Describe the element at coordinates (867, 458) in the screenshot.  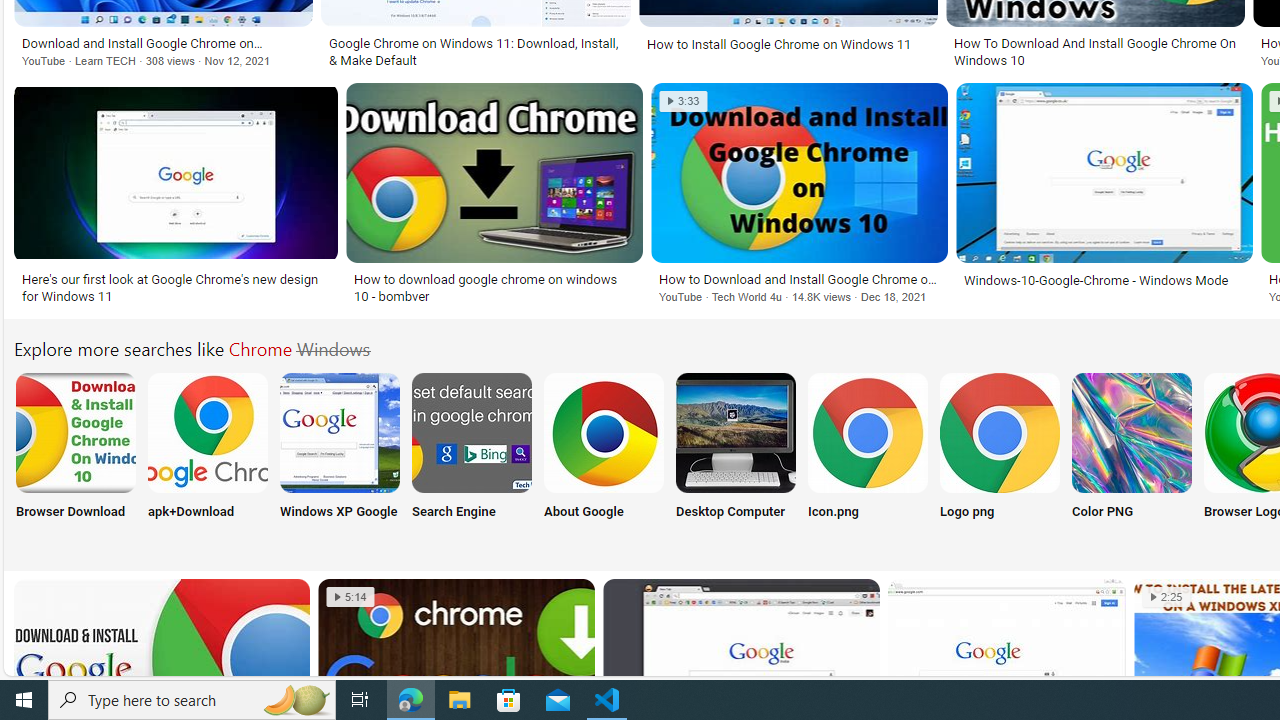
I see `'Chrome Icon.png Icon.png'` at that location.